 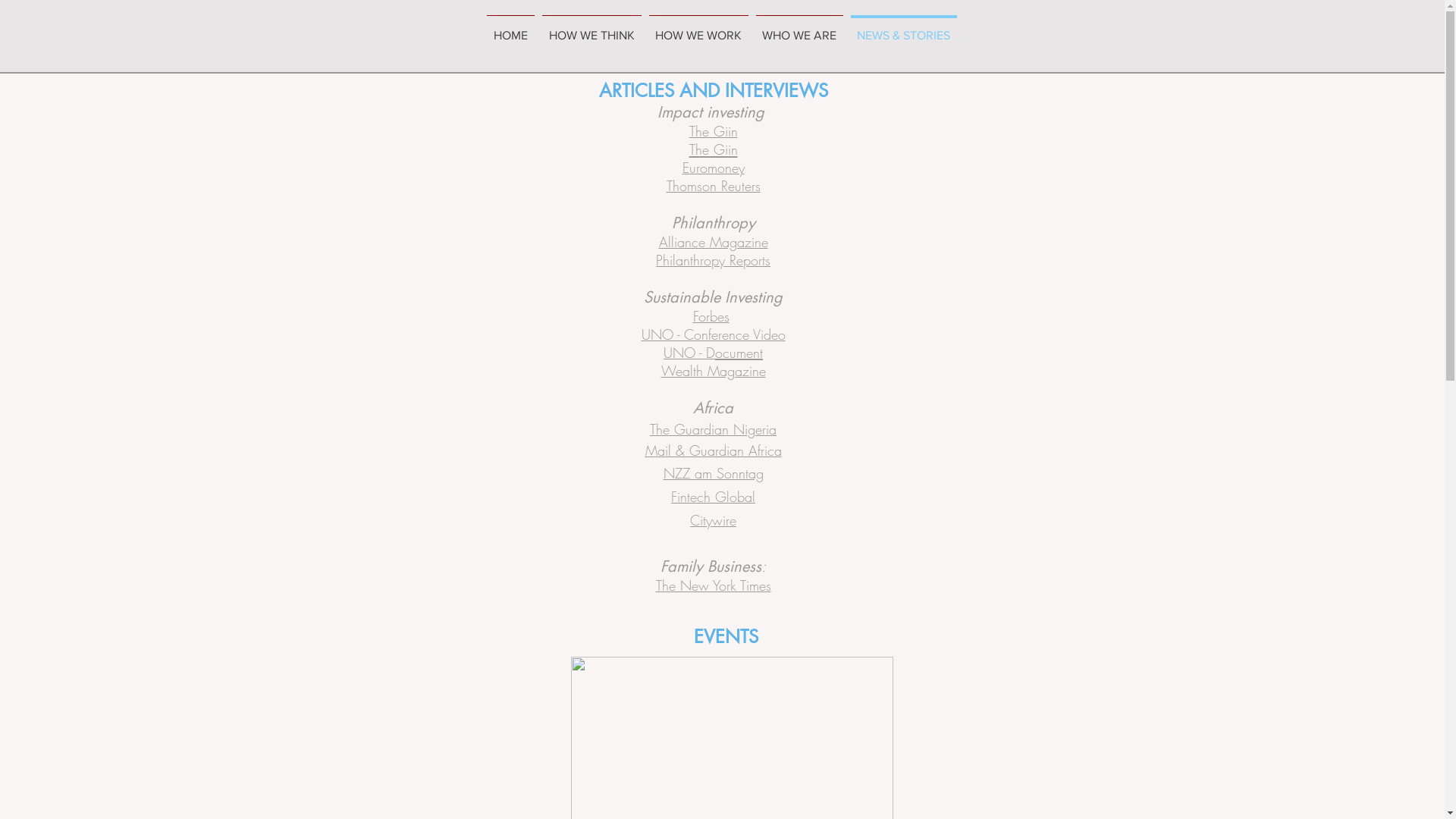 I want to click on 'The New York Times', so click(x=712, y=584).